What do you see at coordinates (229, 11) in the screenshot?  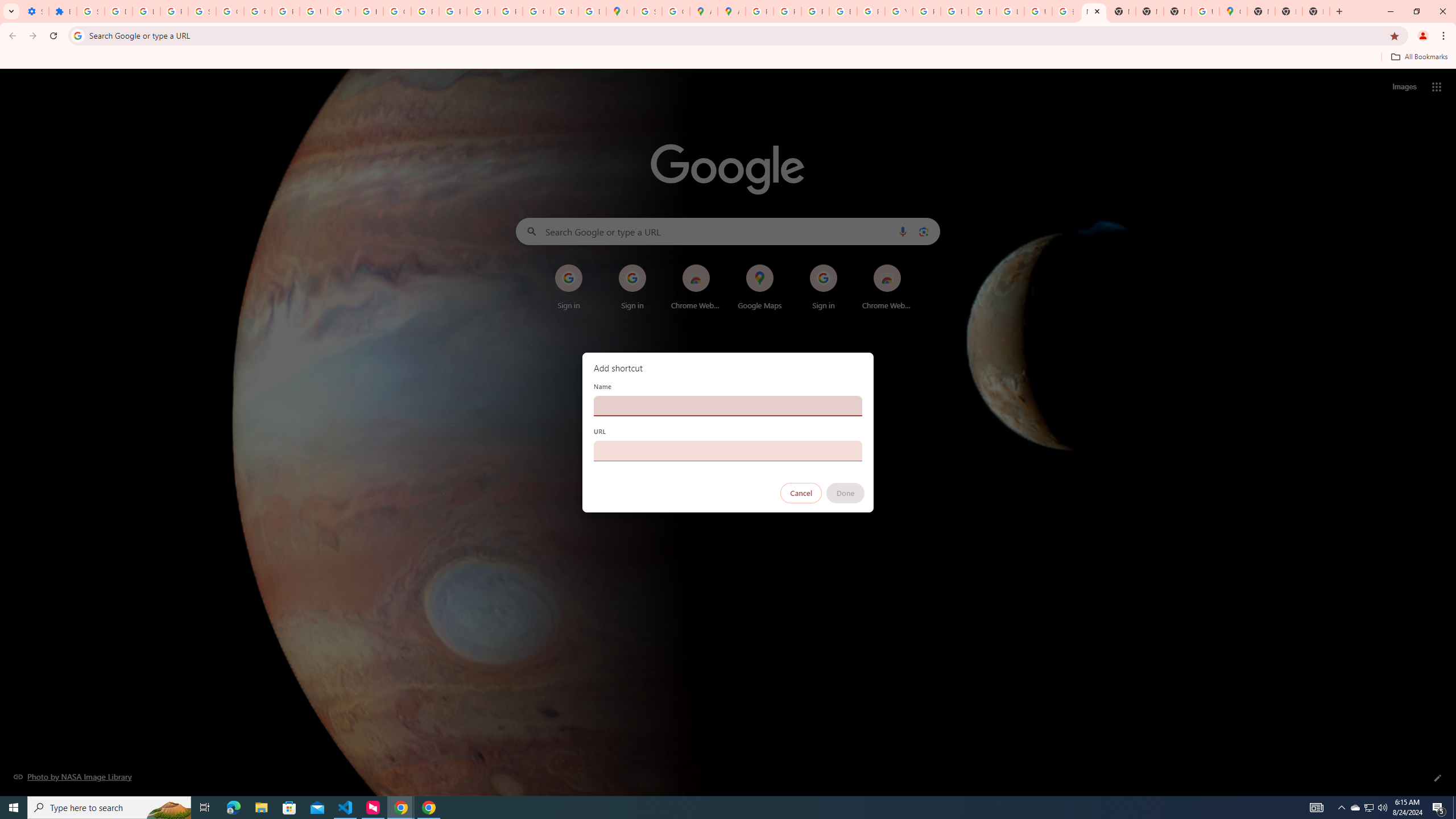 I see `'Google Account Help'` at bounding box center [229, 11].